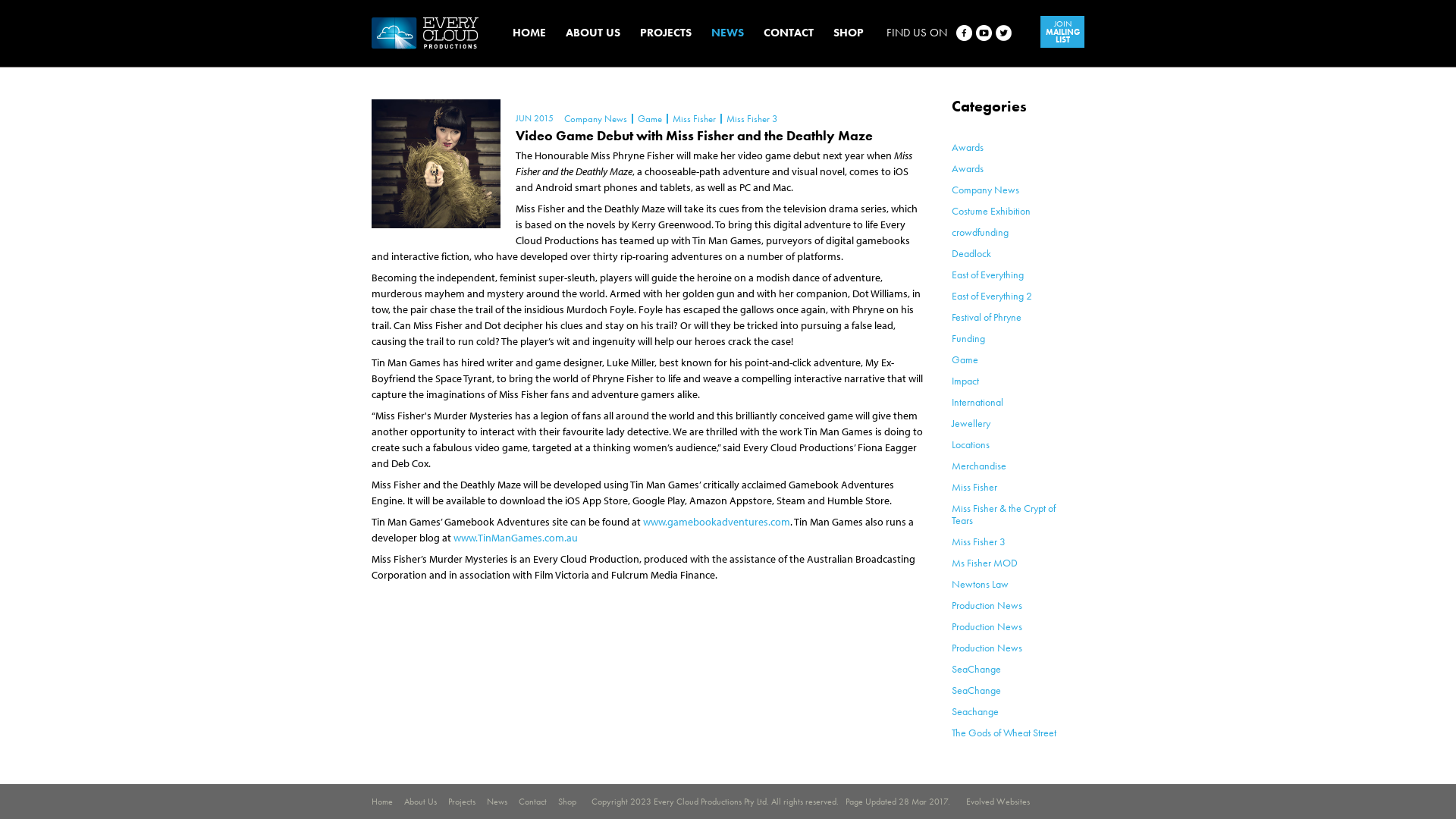 Image resolution: width=1456 pixels, height=819 pixels. I want to click on 'SeaChange', so click(950, 668).